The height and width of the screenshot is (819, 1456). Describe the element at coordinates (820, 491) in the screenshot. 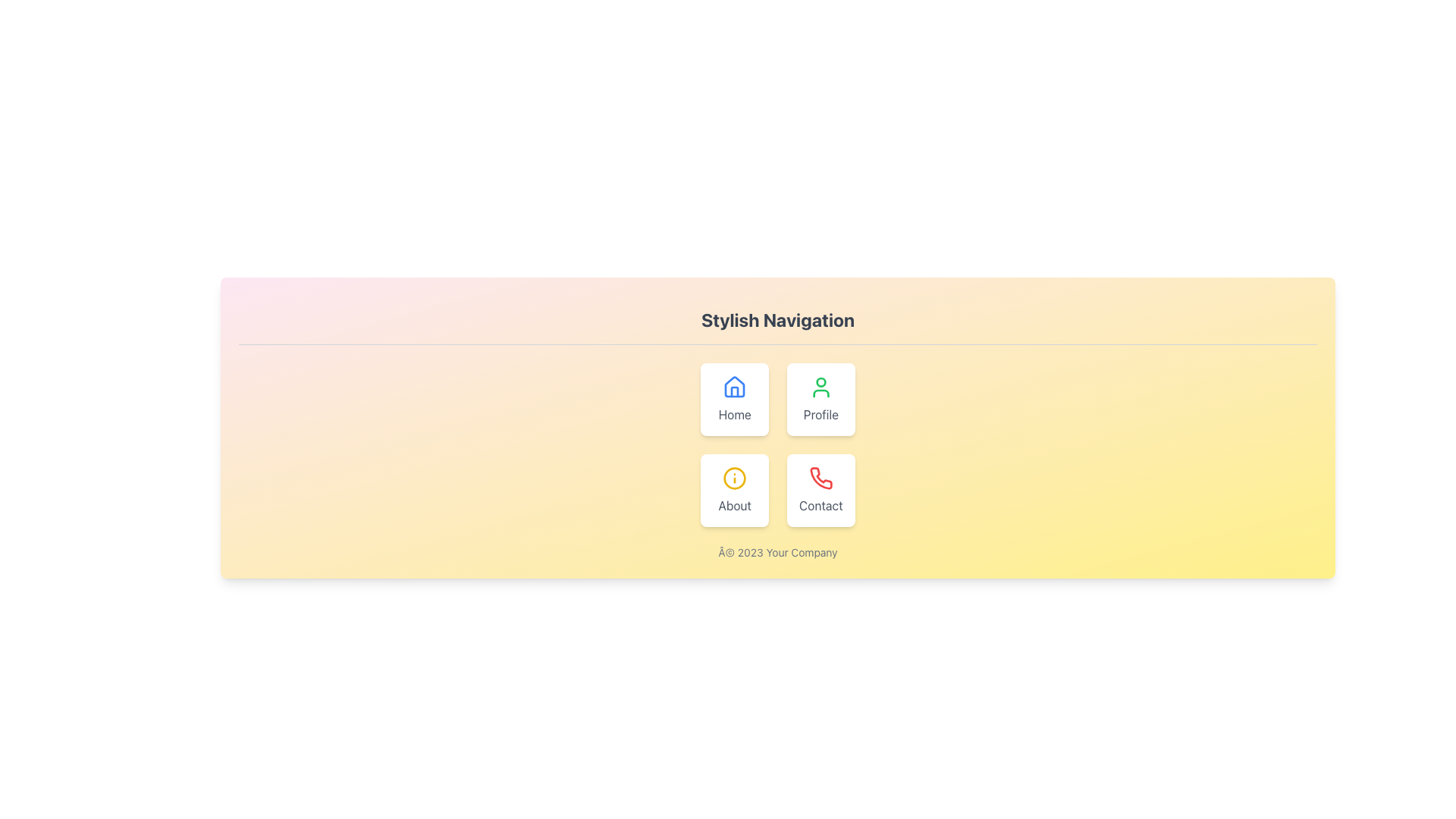

I see `the 'Contact' navigational button located in the bottom-right cell of a 2x2 grid layout to change its appearance` at that location.